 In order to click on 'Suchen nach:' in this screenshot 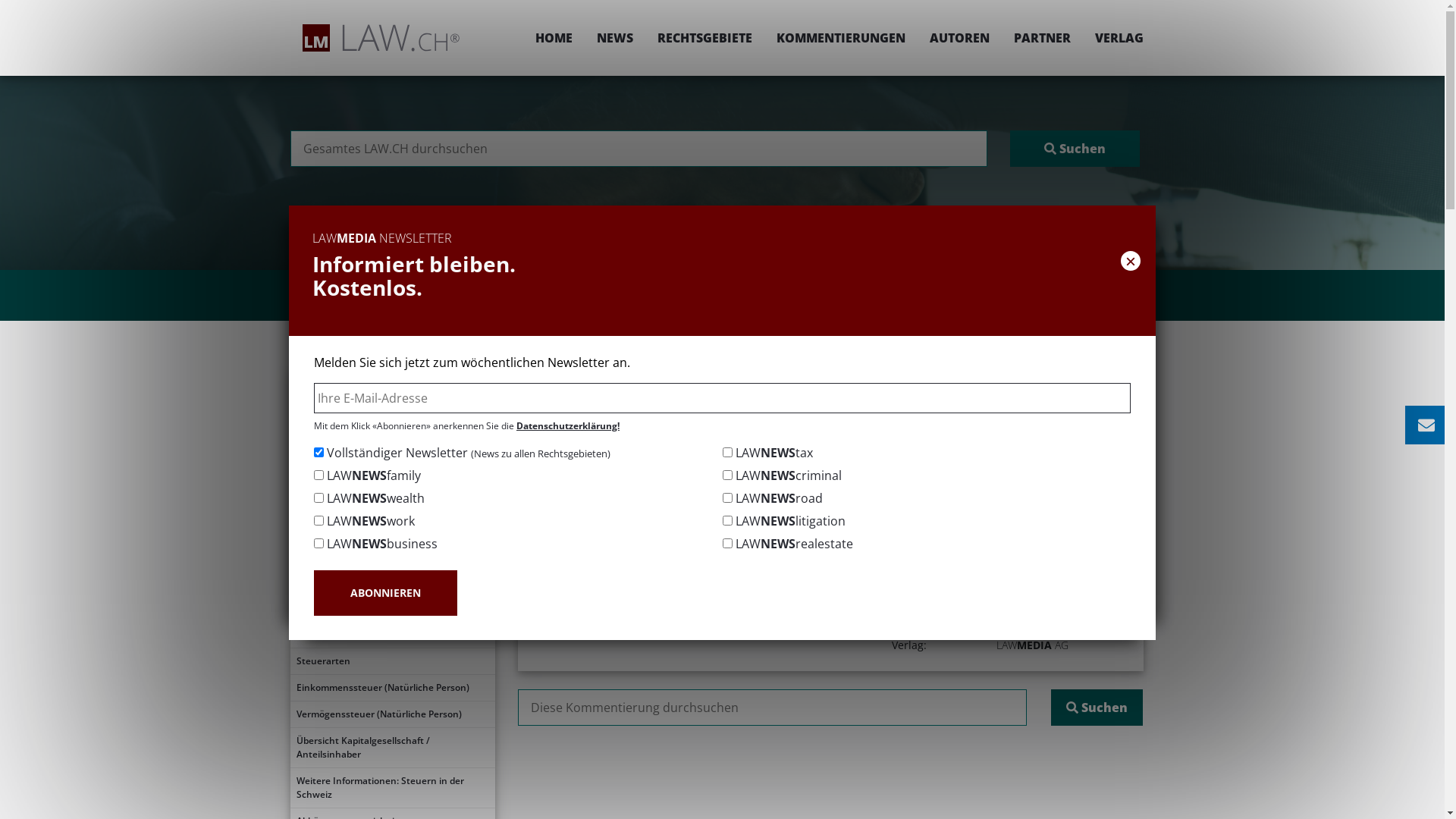, I will do `click(516, 708)`.